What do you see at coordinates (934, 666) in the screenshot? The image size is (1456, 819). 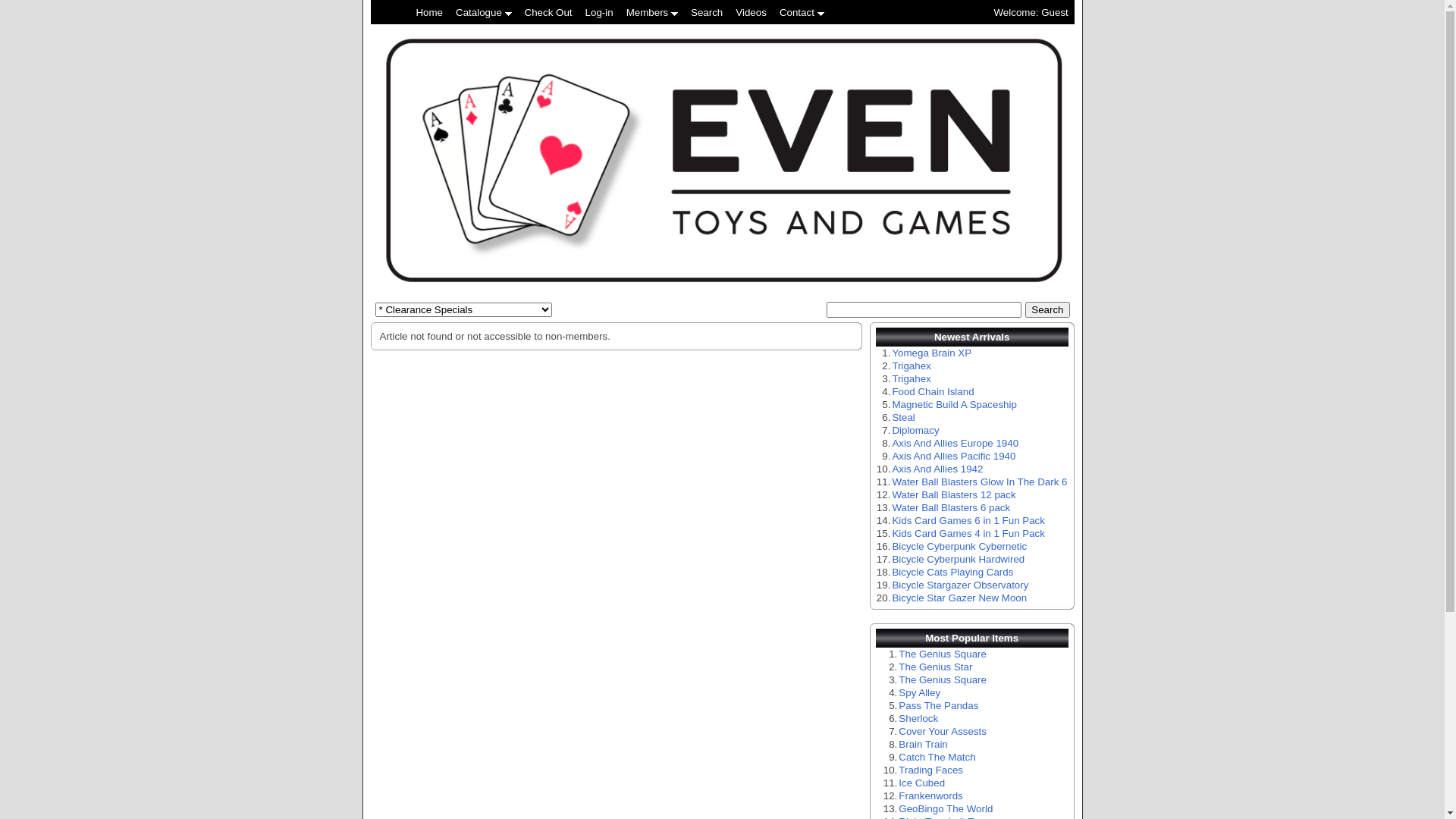 I see `'The Genius Star'` at bounding box center [934, 666].